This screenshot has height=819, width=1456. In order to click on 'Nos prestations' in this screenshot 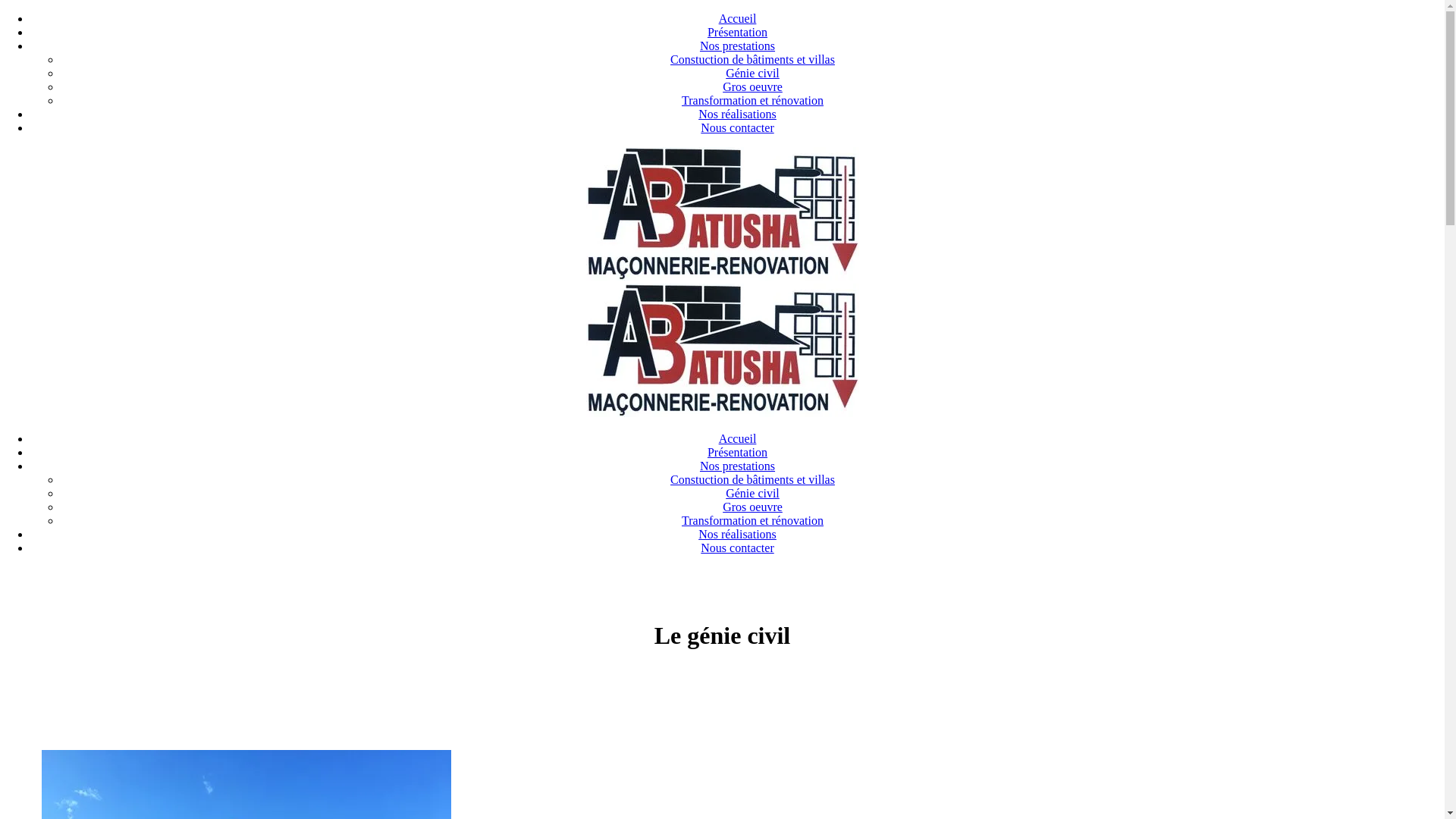, I will do `click(737, 465)`.